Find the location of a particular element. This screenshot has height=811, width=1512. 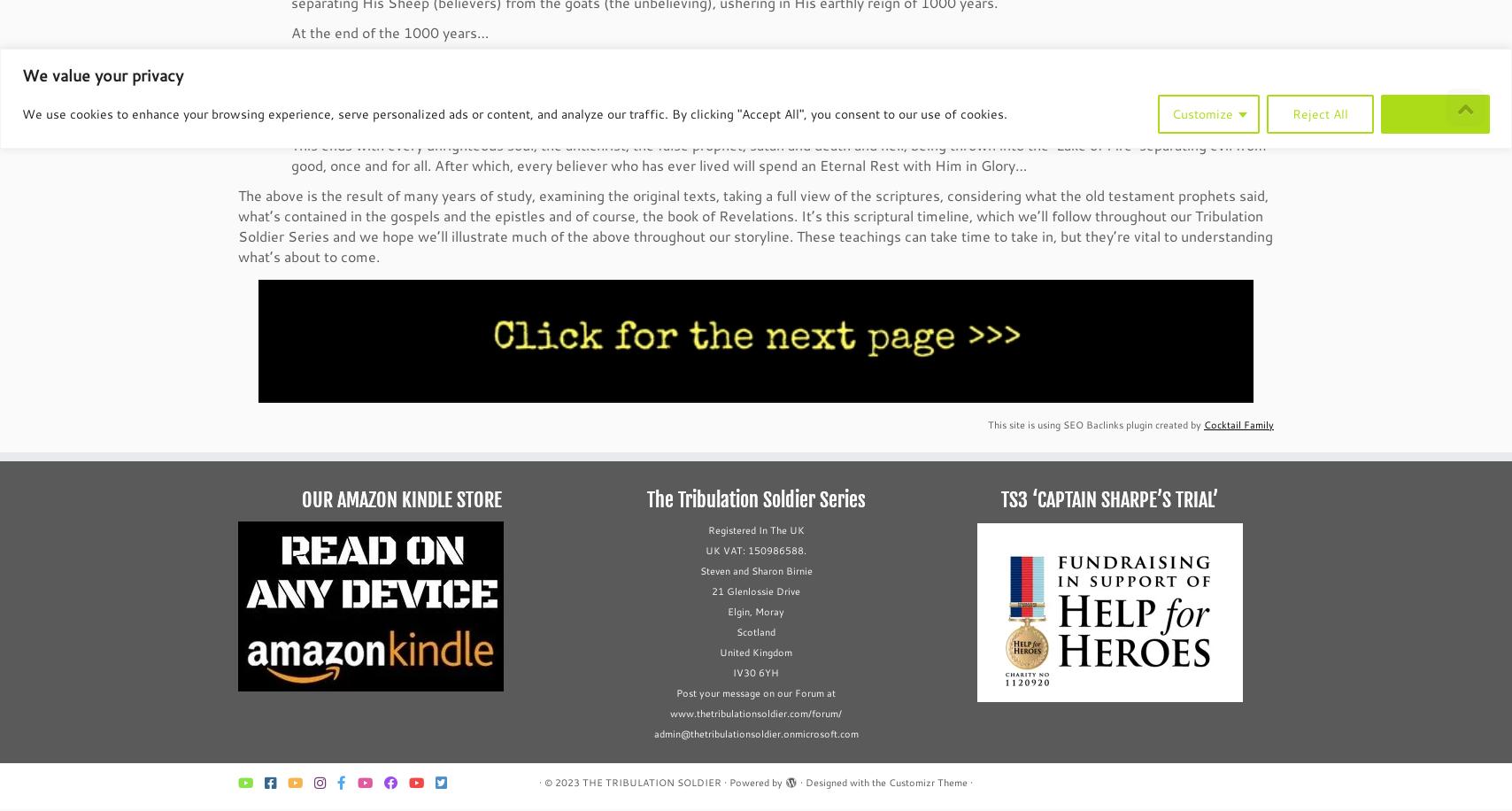

'Powered by' is located at coordinates (756, 783).